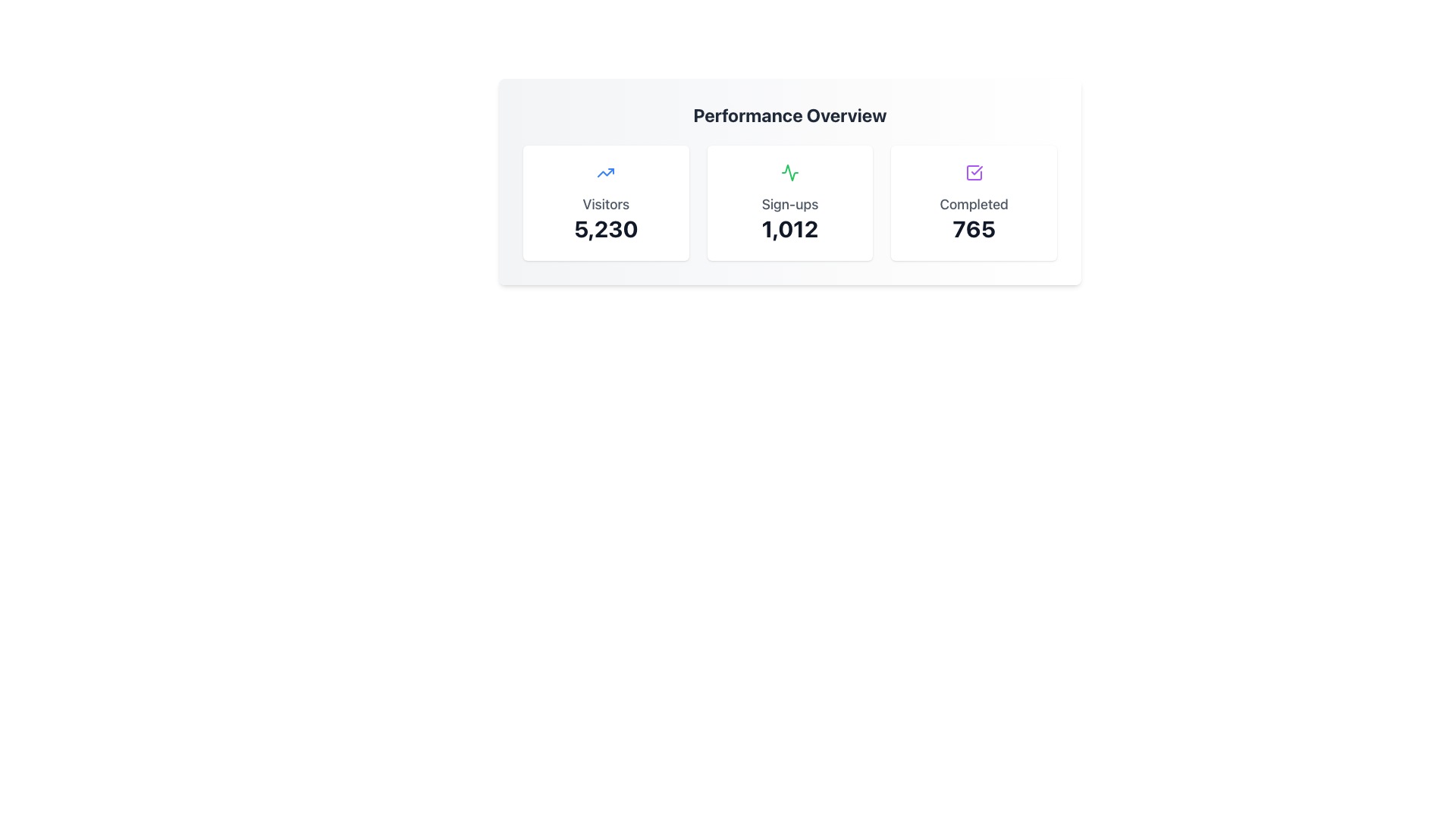 The width and height of the screenshot is (1456, 819). What do you see at coordinates (789, 171) in the screenshot?
I see `the graphical icon representing sign-ups in the performance overview, located at the top center of the 'Sign-ups' card above the numerical value '1,012'` at bounding box center [789, 171].